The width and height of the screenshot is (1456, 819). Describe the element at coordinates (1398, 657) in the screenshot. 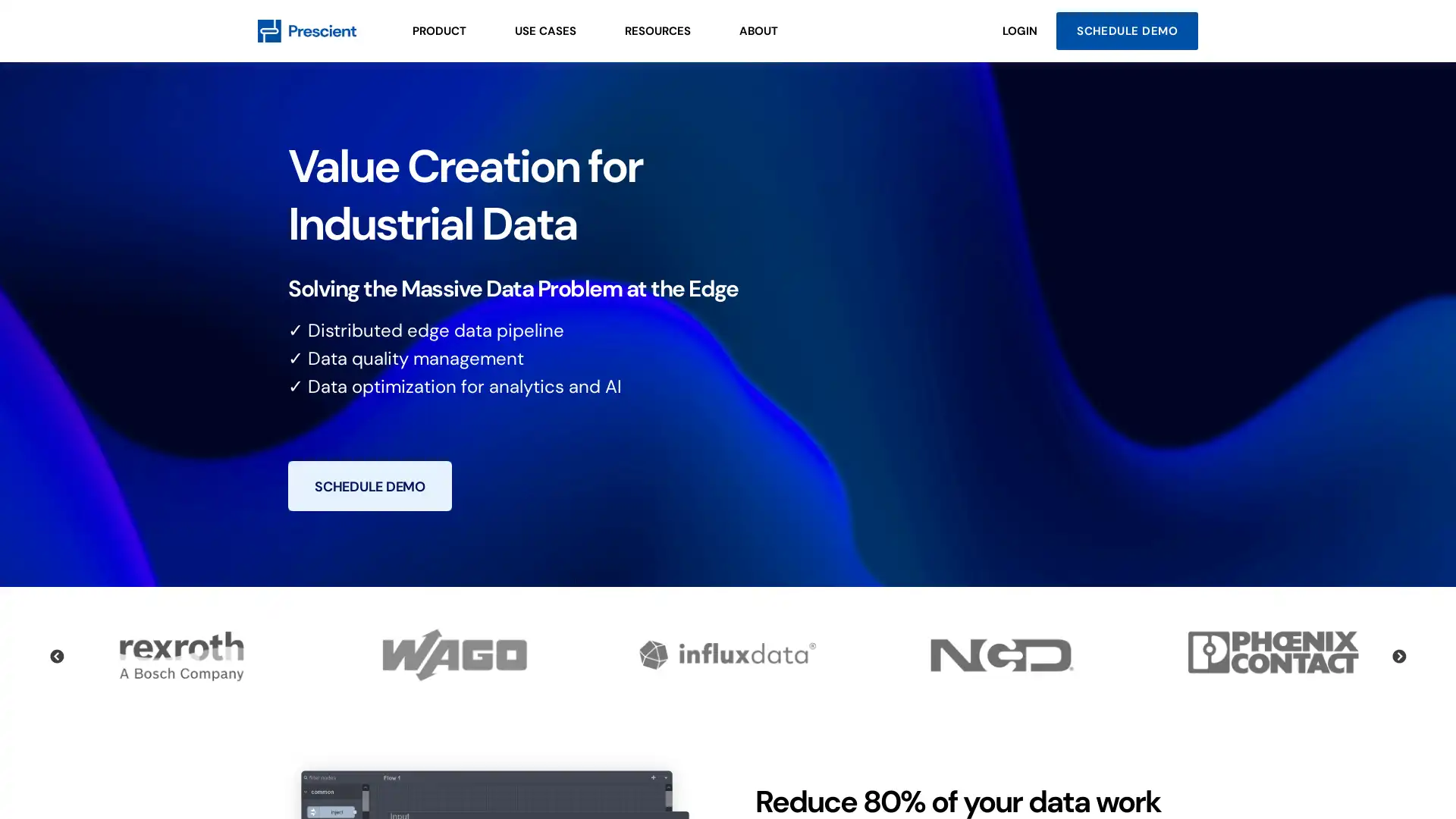

I see `Next` at that location.